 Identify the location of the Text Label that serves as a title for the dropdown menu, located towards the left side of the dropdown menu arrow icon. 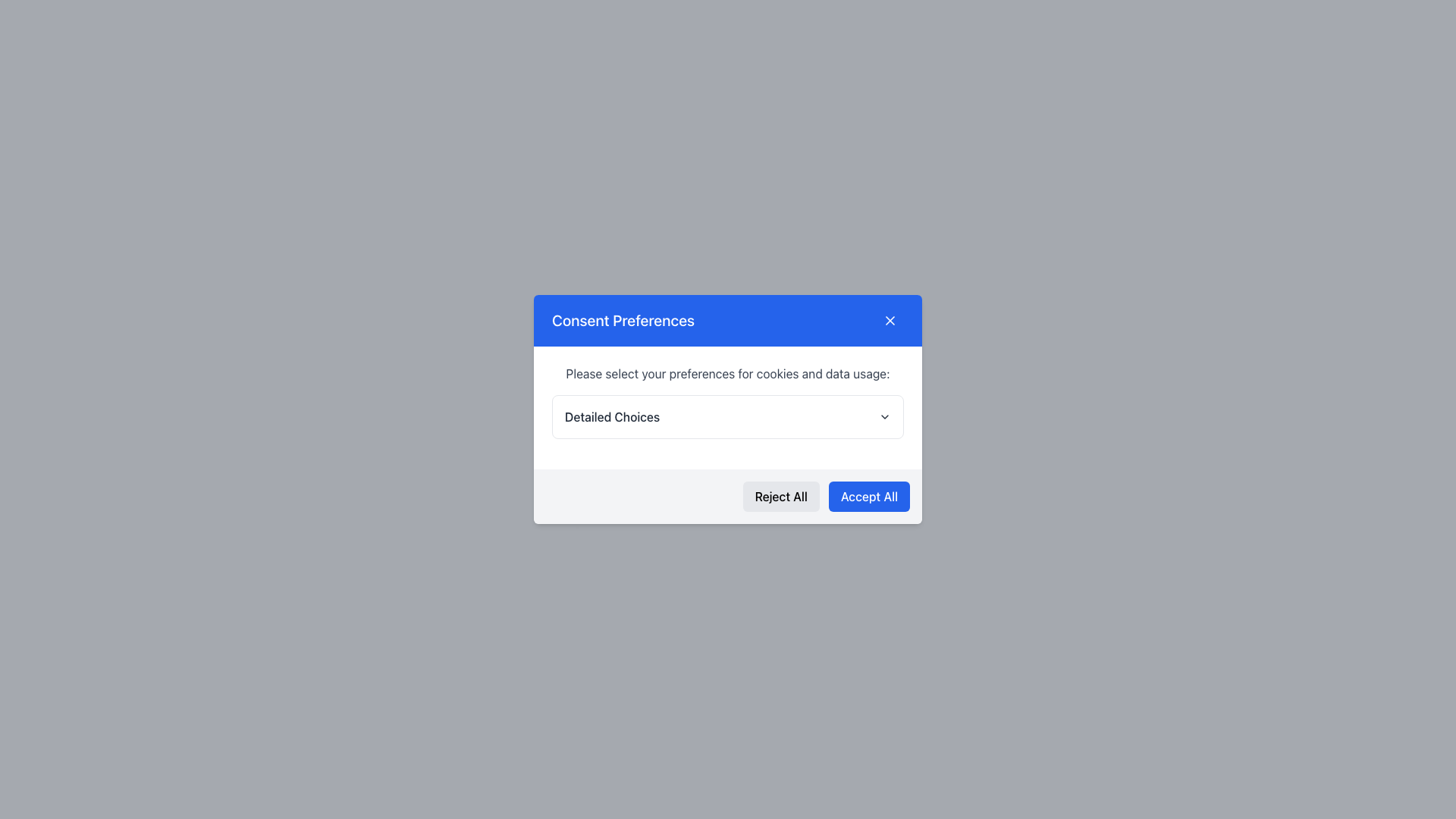
(612, 417).